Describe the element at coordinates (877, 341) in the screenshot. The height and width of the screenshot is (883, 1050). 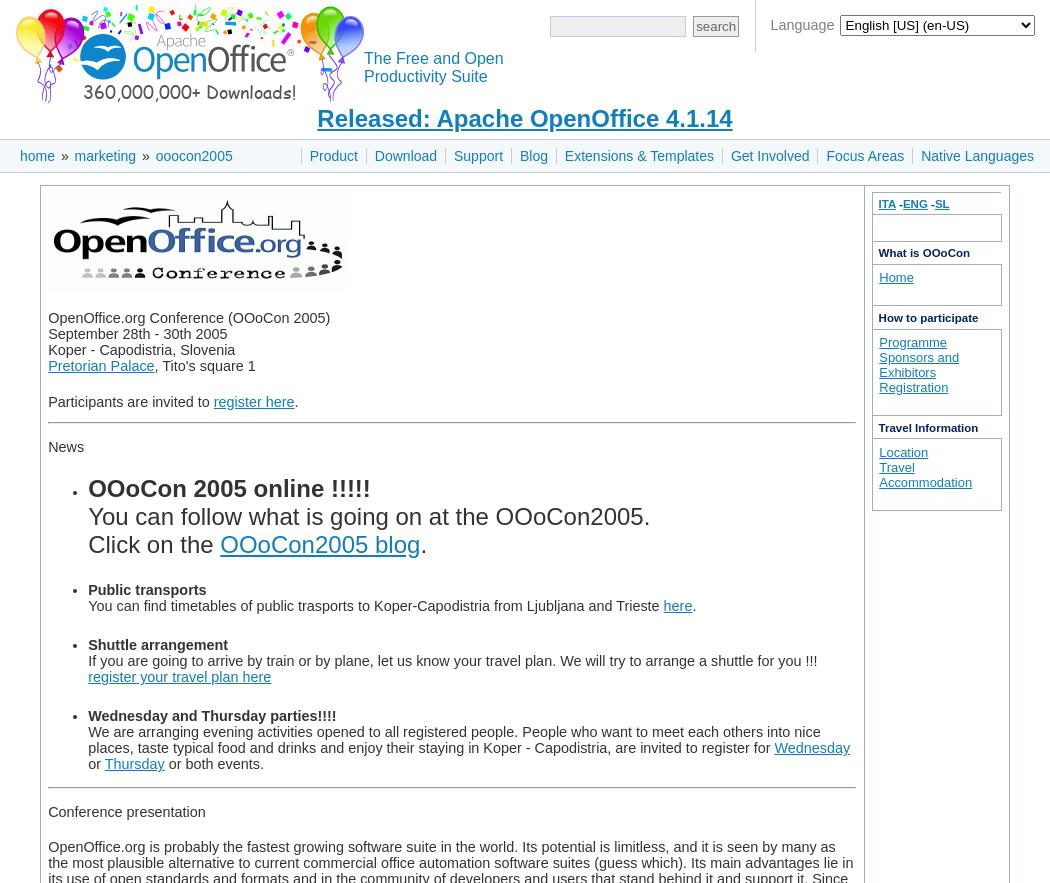
I see `'Programme'` at that location.